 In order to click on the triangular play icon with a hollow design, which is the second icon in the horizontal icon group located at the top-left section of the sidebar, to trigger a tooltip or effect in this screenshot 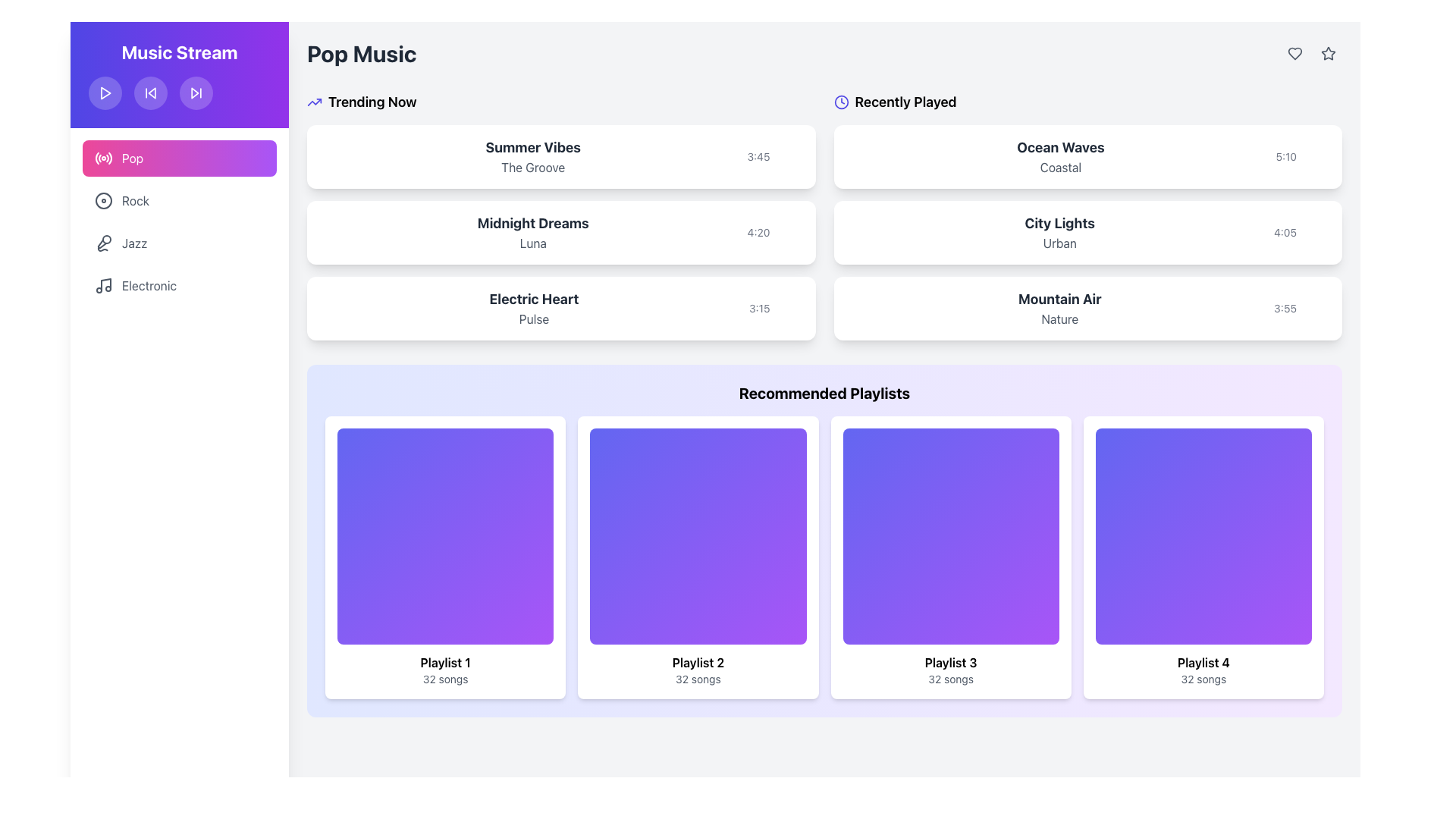, I will do `click(194, 93)`.